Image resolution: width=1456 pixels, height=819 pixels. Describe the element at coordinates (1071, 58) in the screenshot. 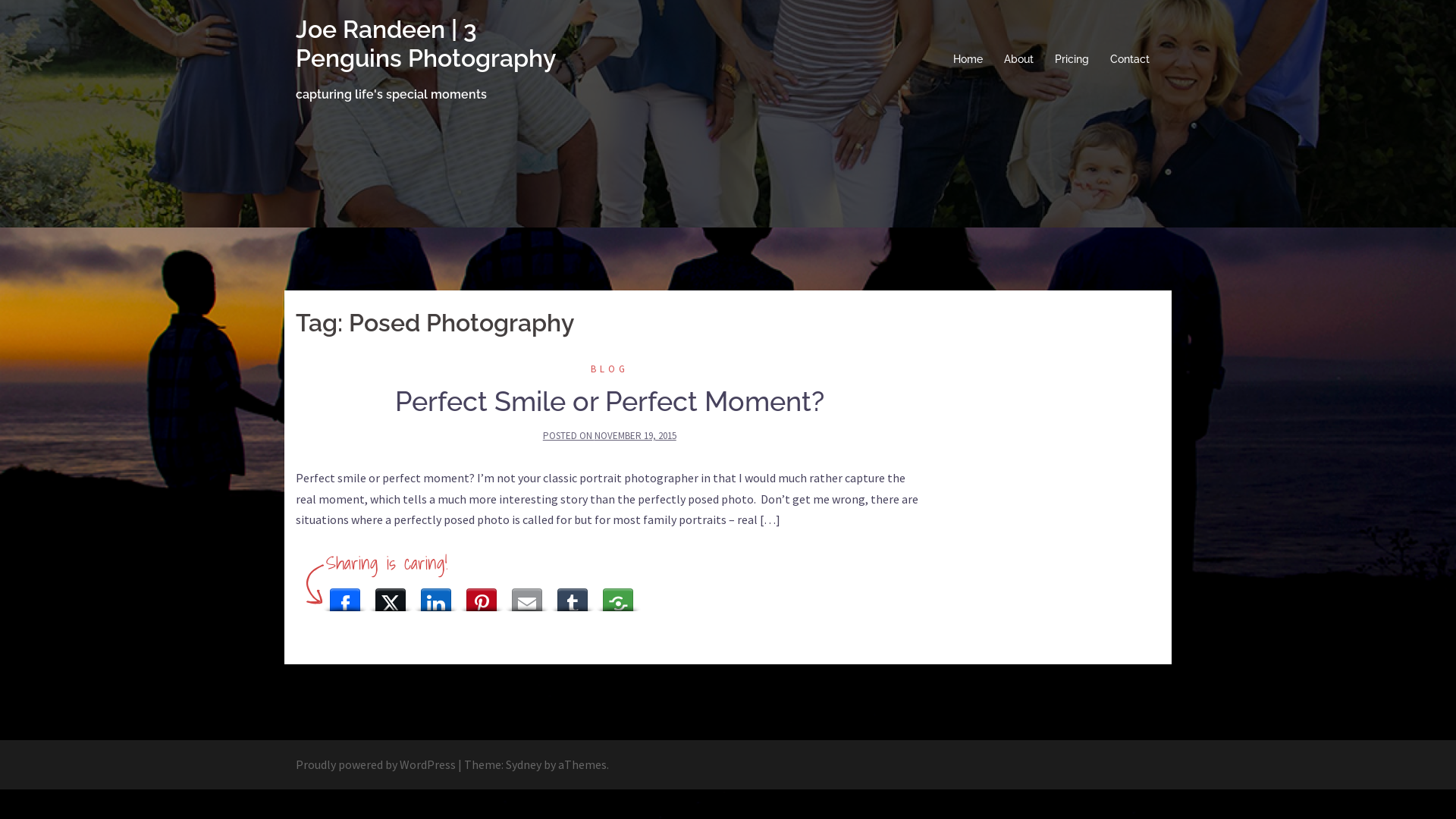

I see `'Pricing'` at that location.